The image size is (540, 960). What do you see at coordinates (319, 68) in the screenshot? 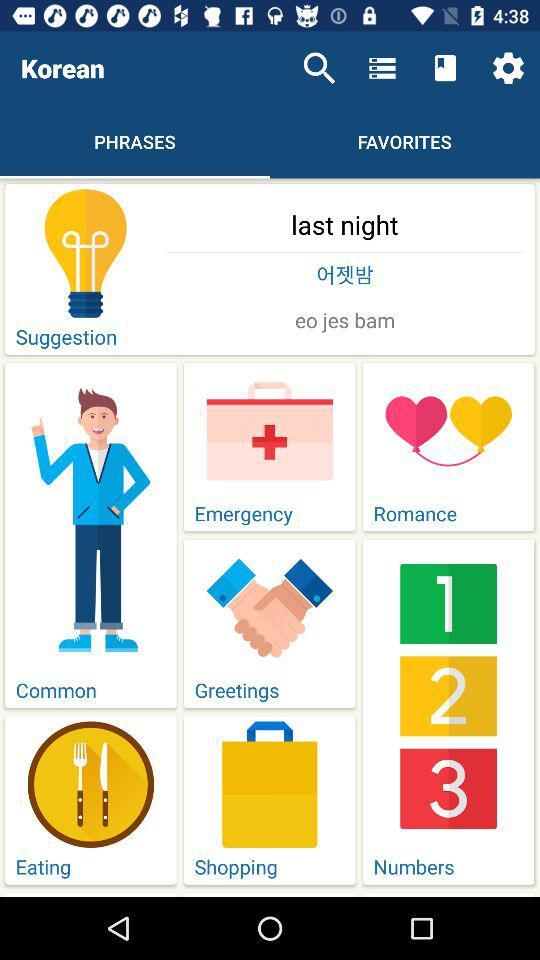
I see `icon next to the korean` at bounding box center [319, 68].